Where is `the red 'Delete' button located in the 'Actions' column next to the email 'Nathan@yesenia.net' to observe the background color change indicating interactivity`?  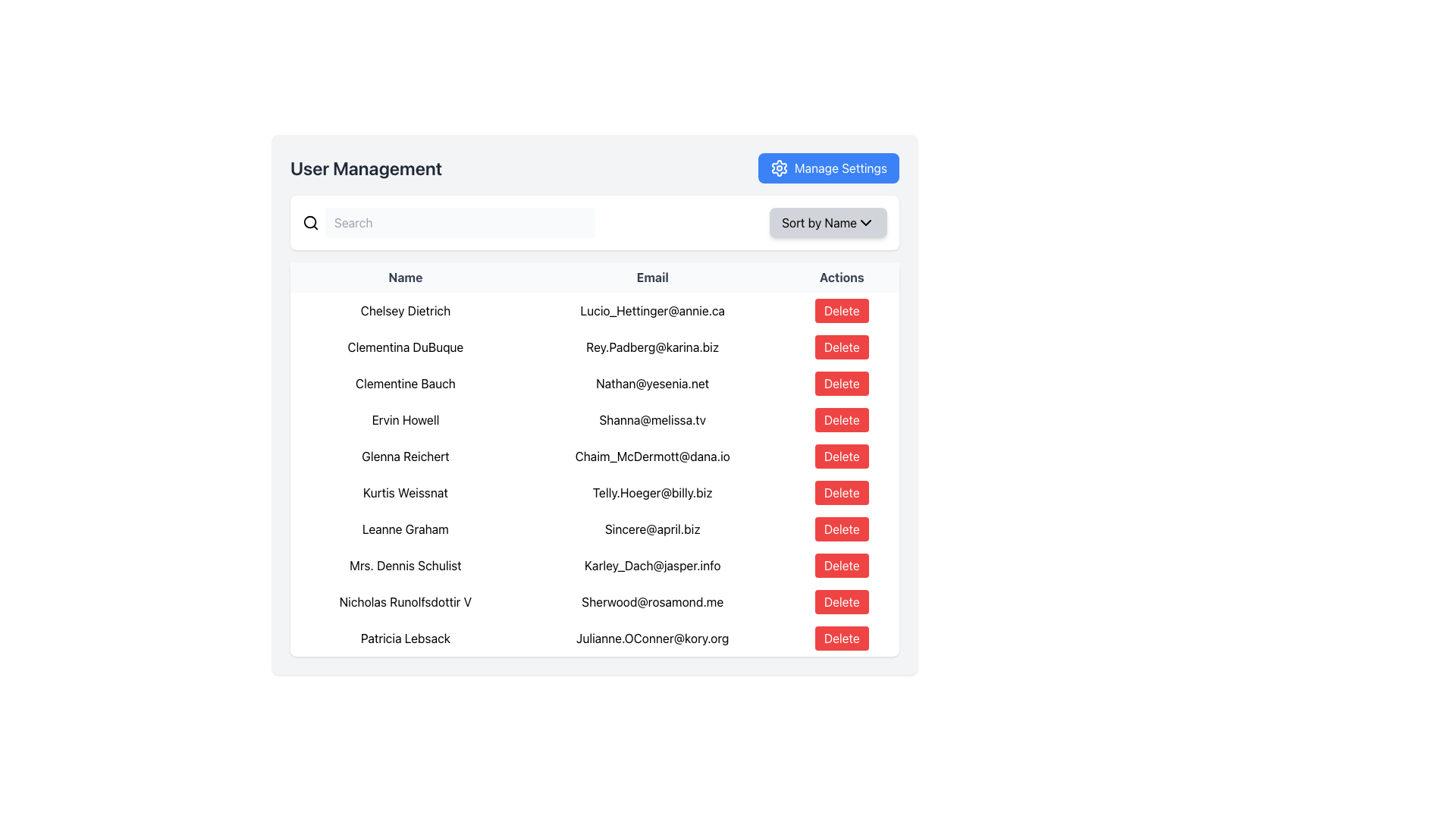
the red 'Delete' button located in the 'Actions' column next to the email 'Nathan@yesenia.net' to observe the background color change indicating interactivity is located at coordinates (841, 382).